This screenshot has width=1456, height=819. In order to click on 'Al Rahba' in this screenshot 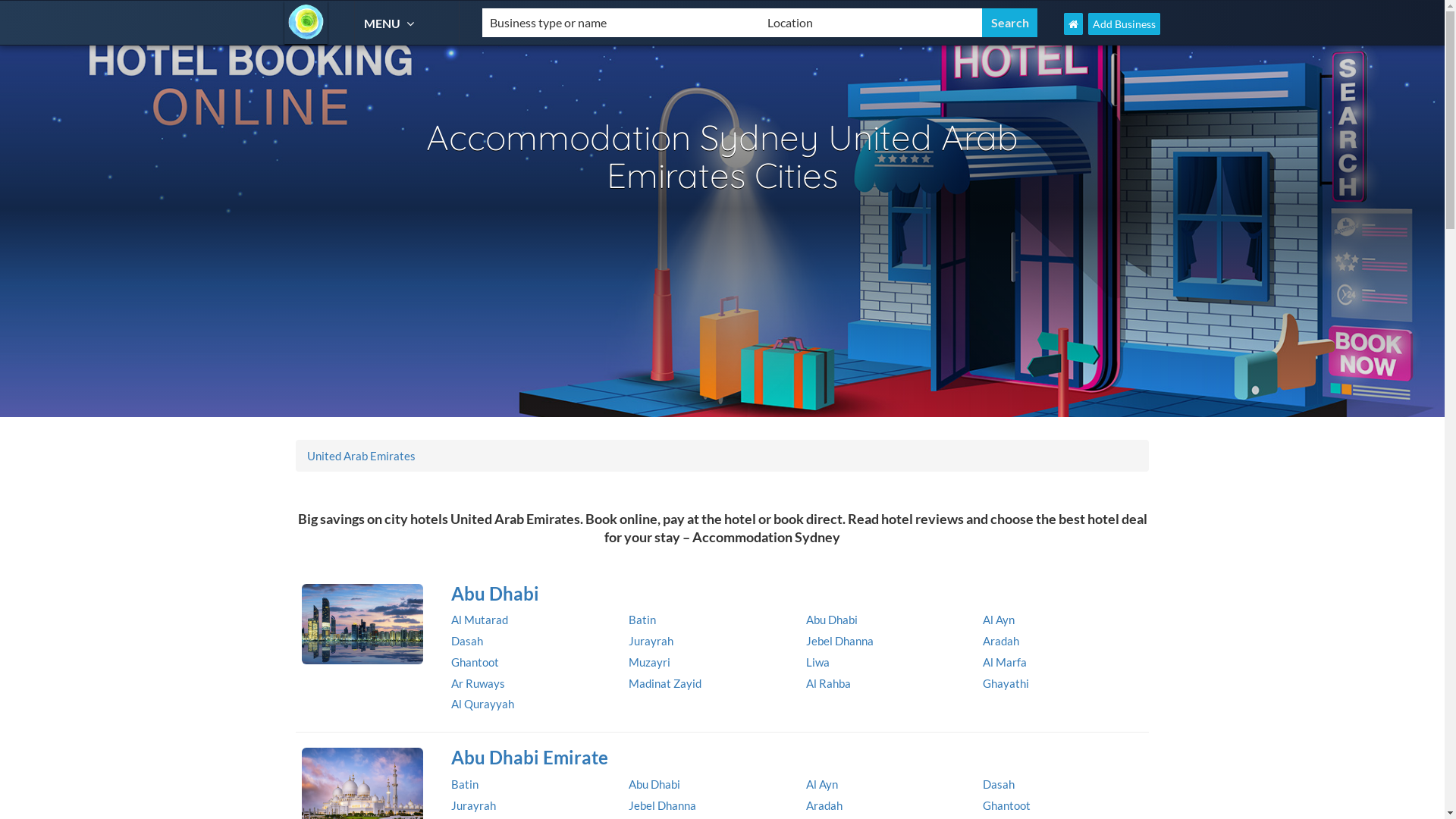, I will do `click(827, 683)`.